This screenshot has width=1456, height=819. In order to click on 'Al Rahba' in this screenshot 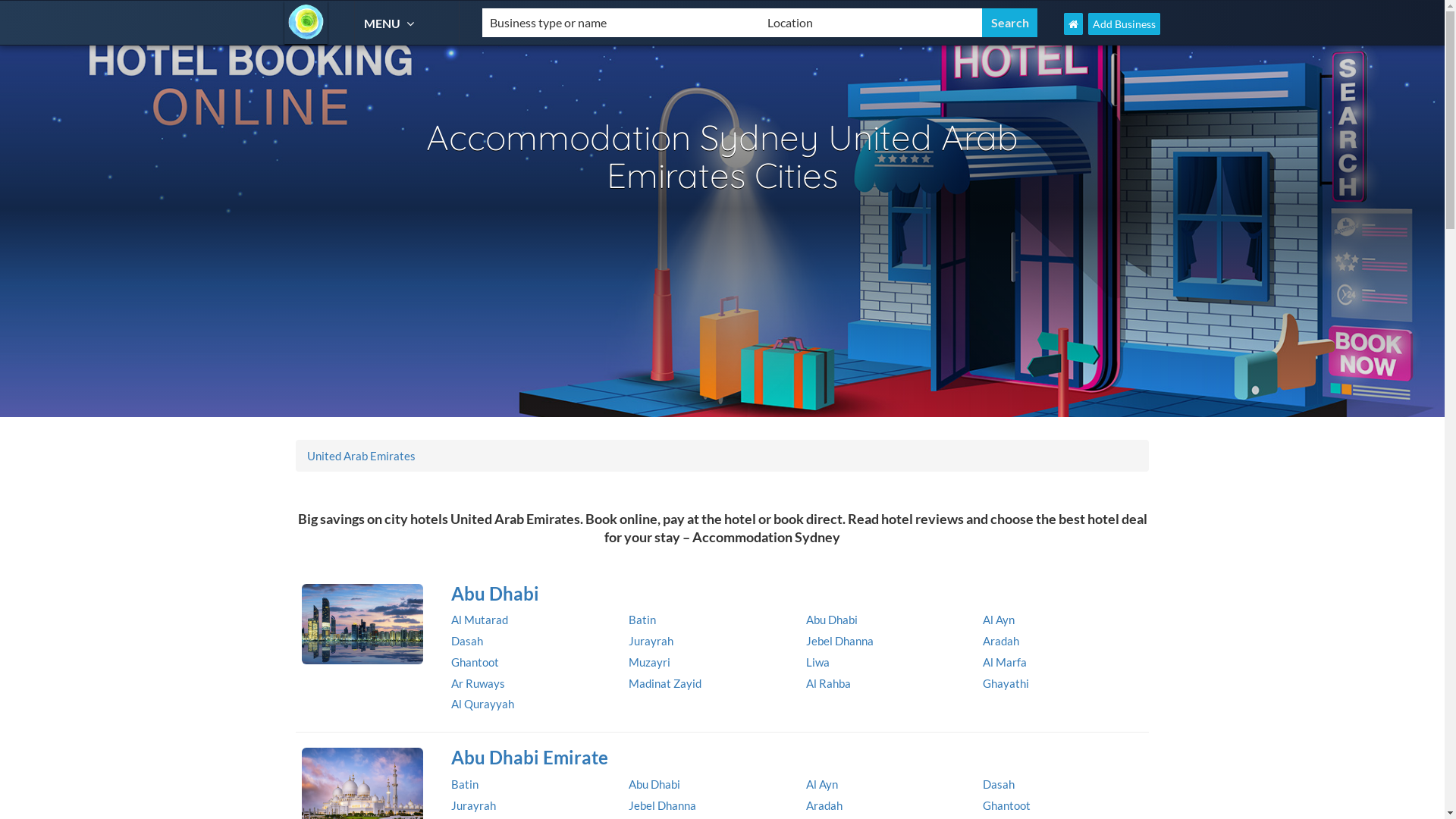, I will do `click(827, 683)`.